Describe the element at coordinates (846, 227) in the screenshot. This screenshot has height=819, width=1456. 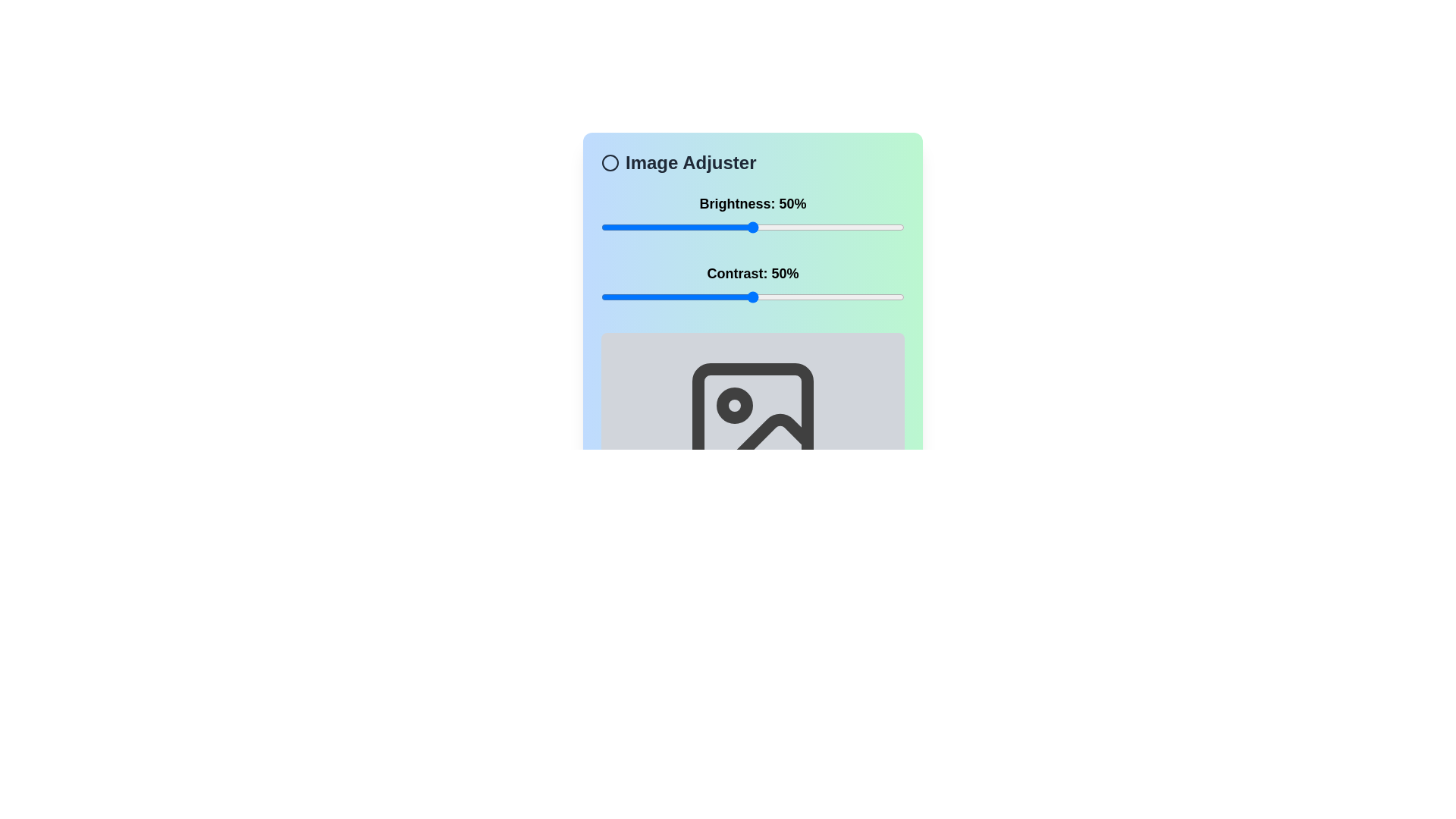
I see `the brightness slider to 81%` at that location.